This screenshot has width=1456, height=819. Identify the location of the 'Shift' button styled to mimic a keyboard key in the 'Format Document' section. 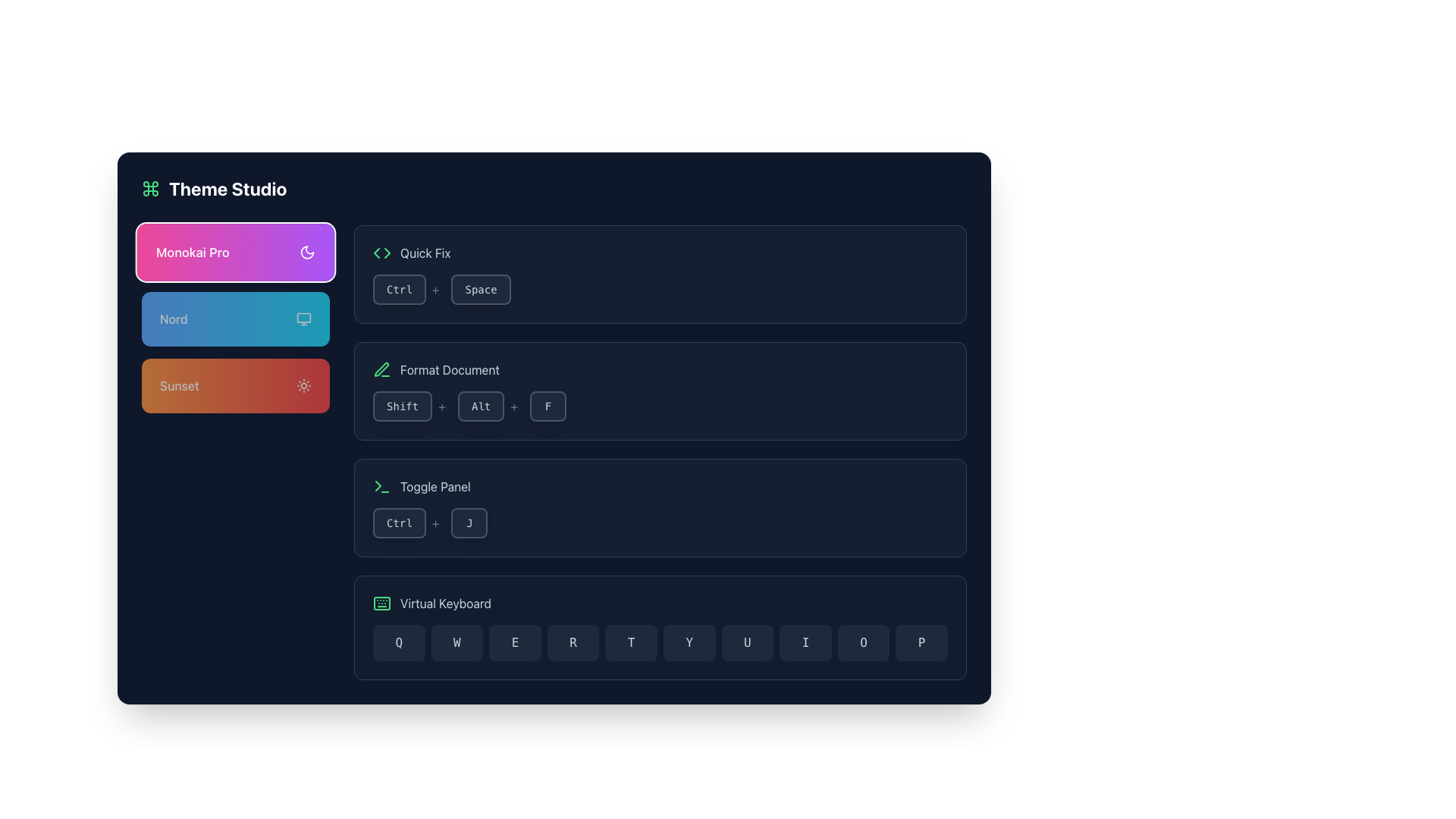
(412, 406).